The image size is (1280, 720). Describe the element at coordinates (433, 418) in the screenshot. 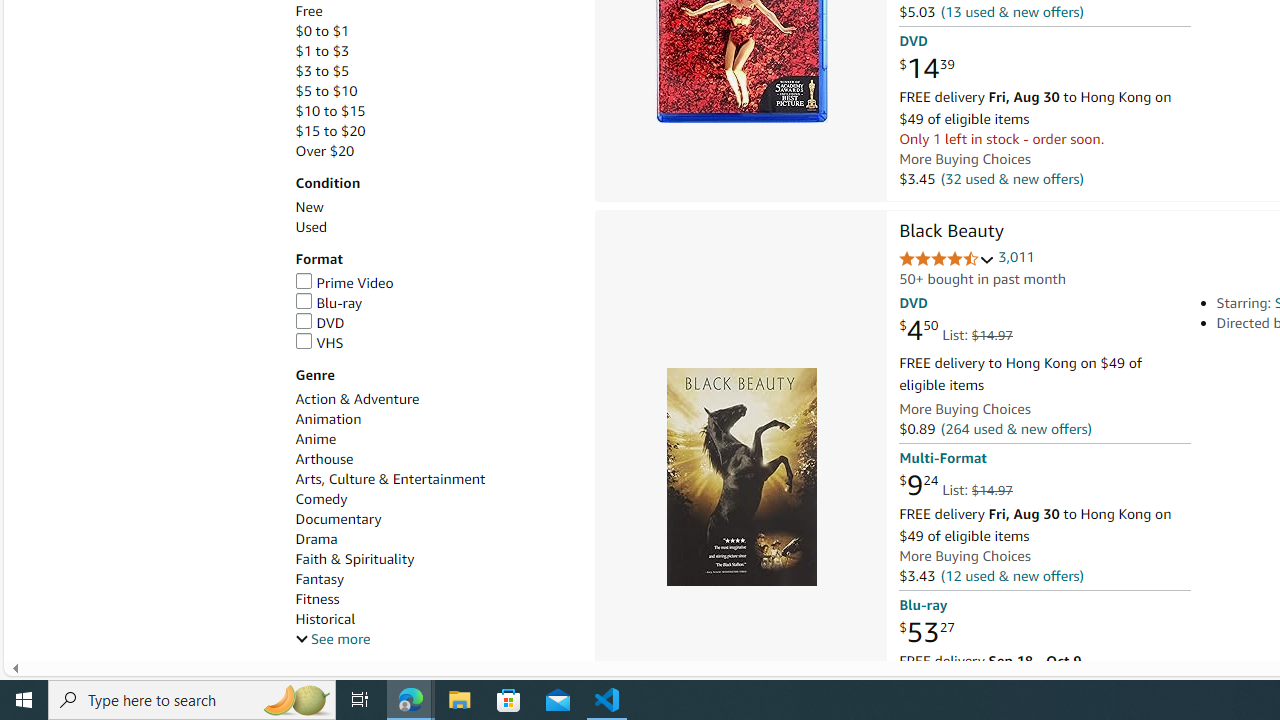

I see `'Animation'` at that location.